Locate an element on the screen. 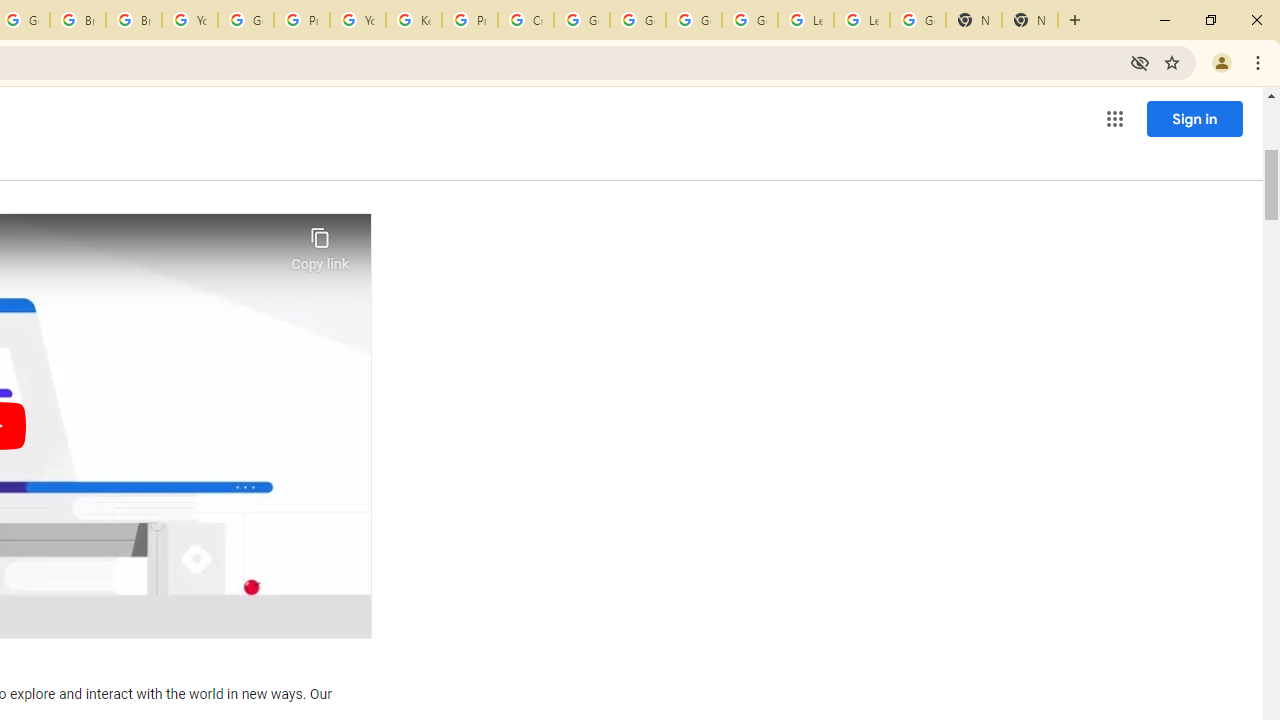  'Create your Google Account' is located at coordinates (526, 20).